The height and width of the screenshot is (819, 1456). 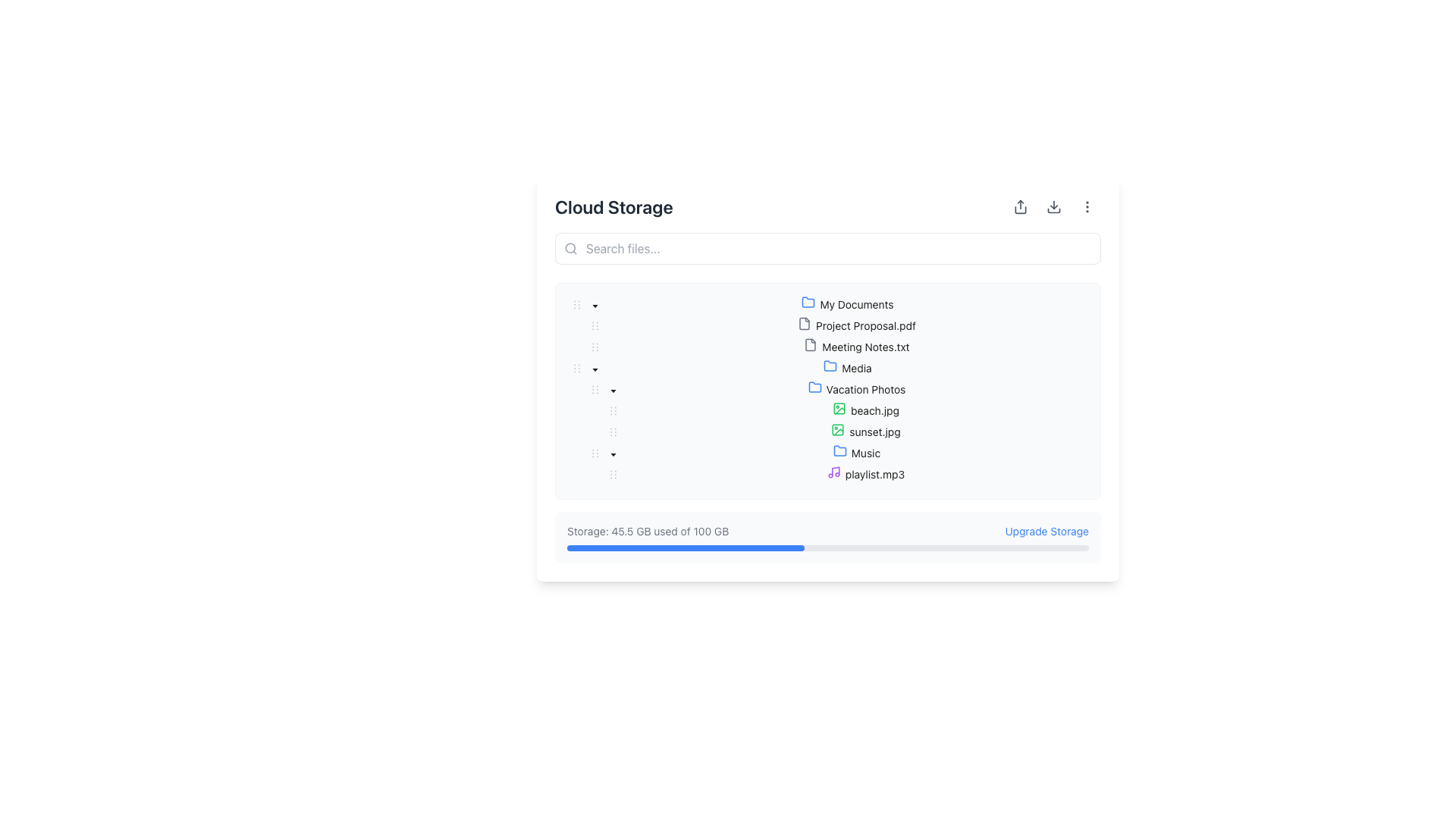 I want to click on the 'download' button icon located between the upward arrow icon and the vertical ellipsis icon in the top-right corner of the page, so click(x=1053, y=207).